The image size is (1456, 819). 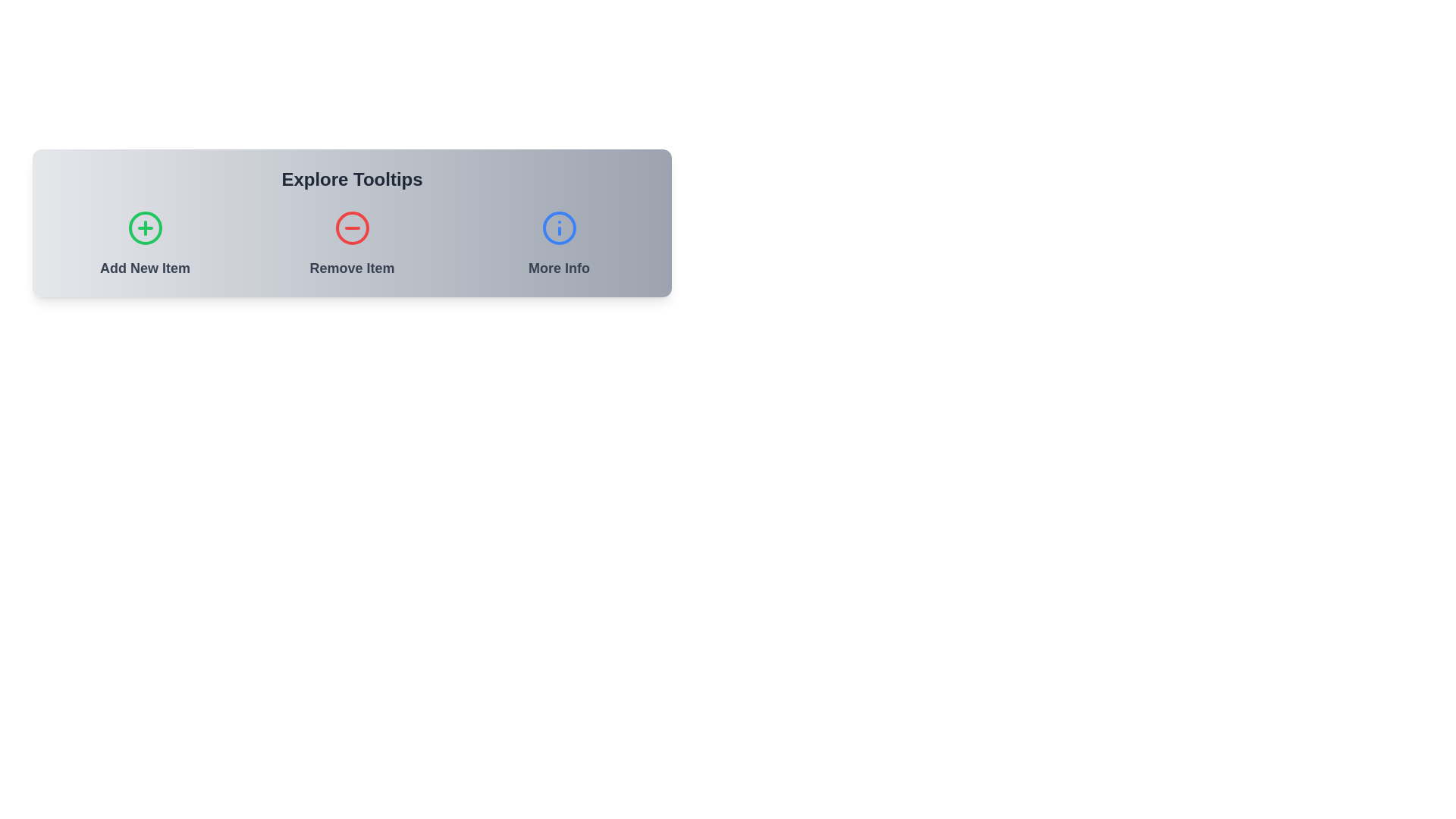 What do you see at coordinates (558, 243) in the screenshot?
I see `the Interactive icon located at the far right side under the 'Explore Tooltips' title` at bounding box center [558, 243].